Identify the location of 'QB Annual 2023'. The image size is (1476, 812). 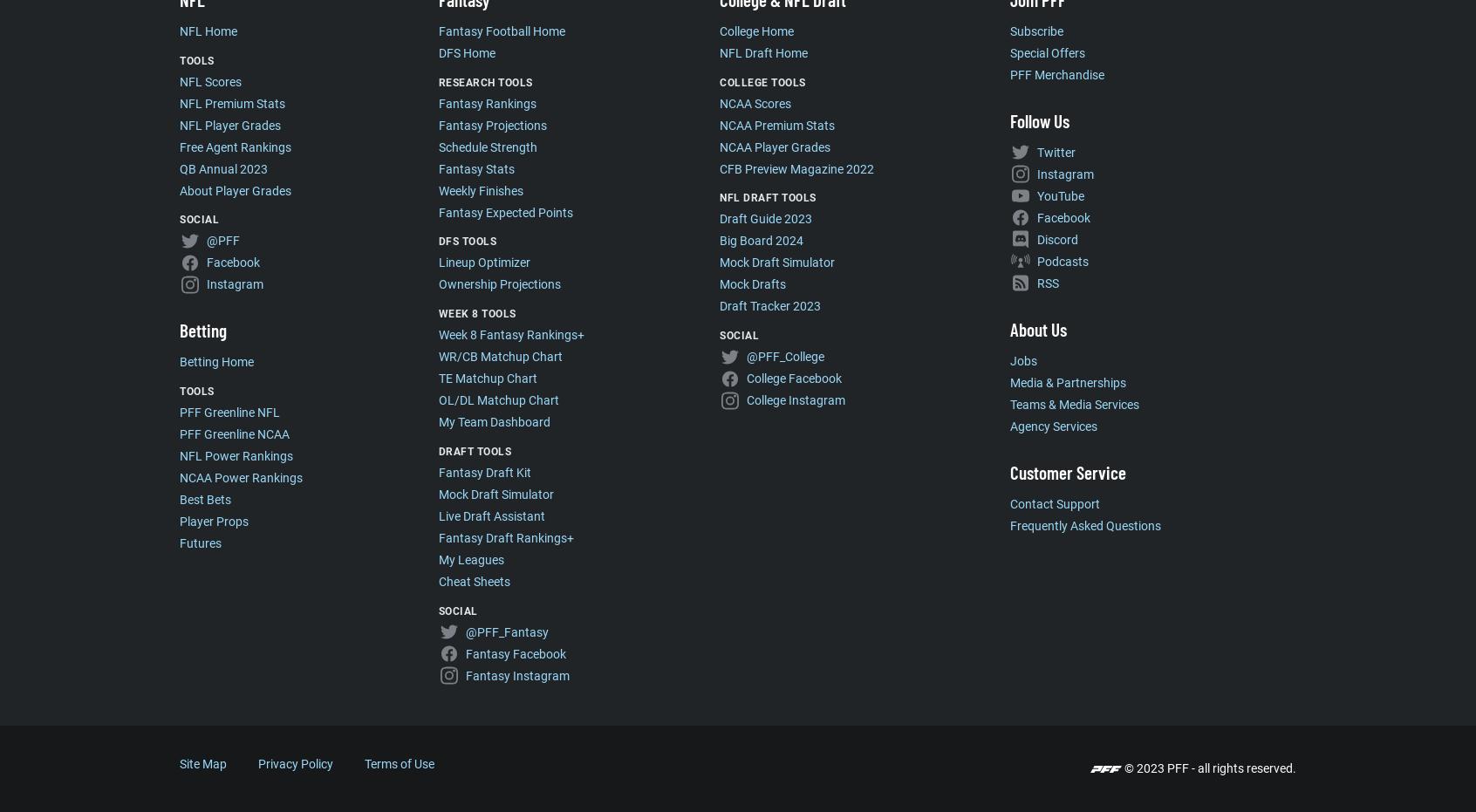
(223, 167).